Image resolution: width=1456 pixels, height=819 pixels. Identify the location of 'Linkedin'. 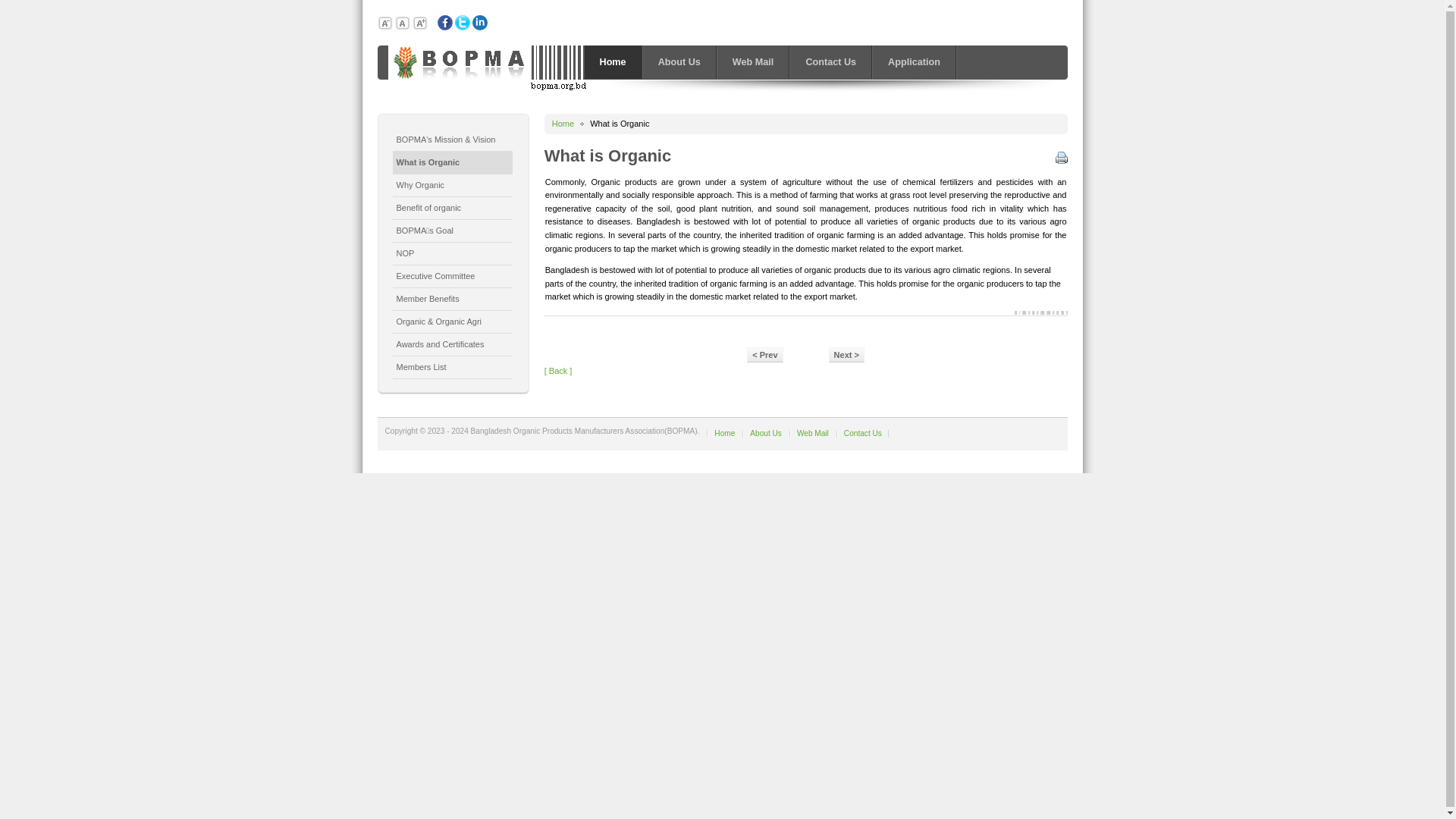
(479, 23).